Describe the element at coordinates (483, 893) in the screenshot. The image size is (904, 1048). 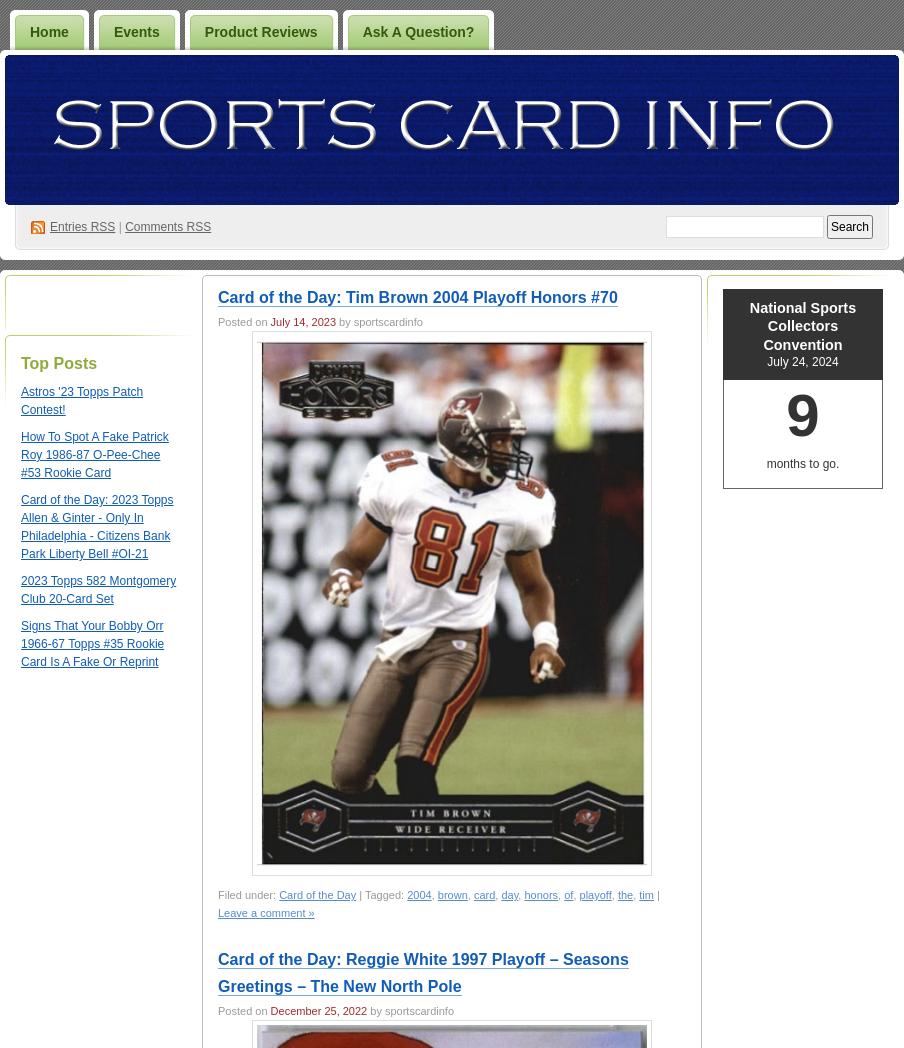
I see `'card'` at that location.